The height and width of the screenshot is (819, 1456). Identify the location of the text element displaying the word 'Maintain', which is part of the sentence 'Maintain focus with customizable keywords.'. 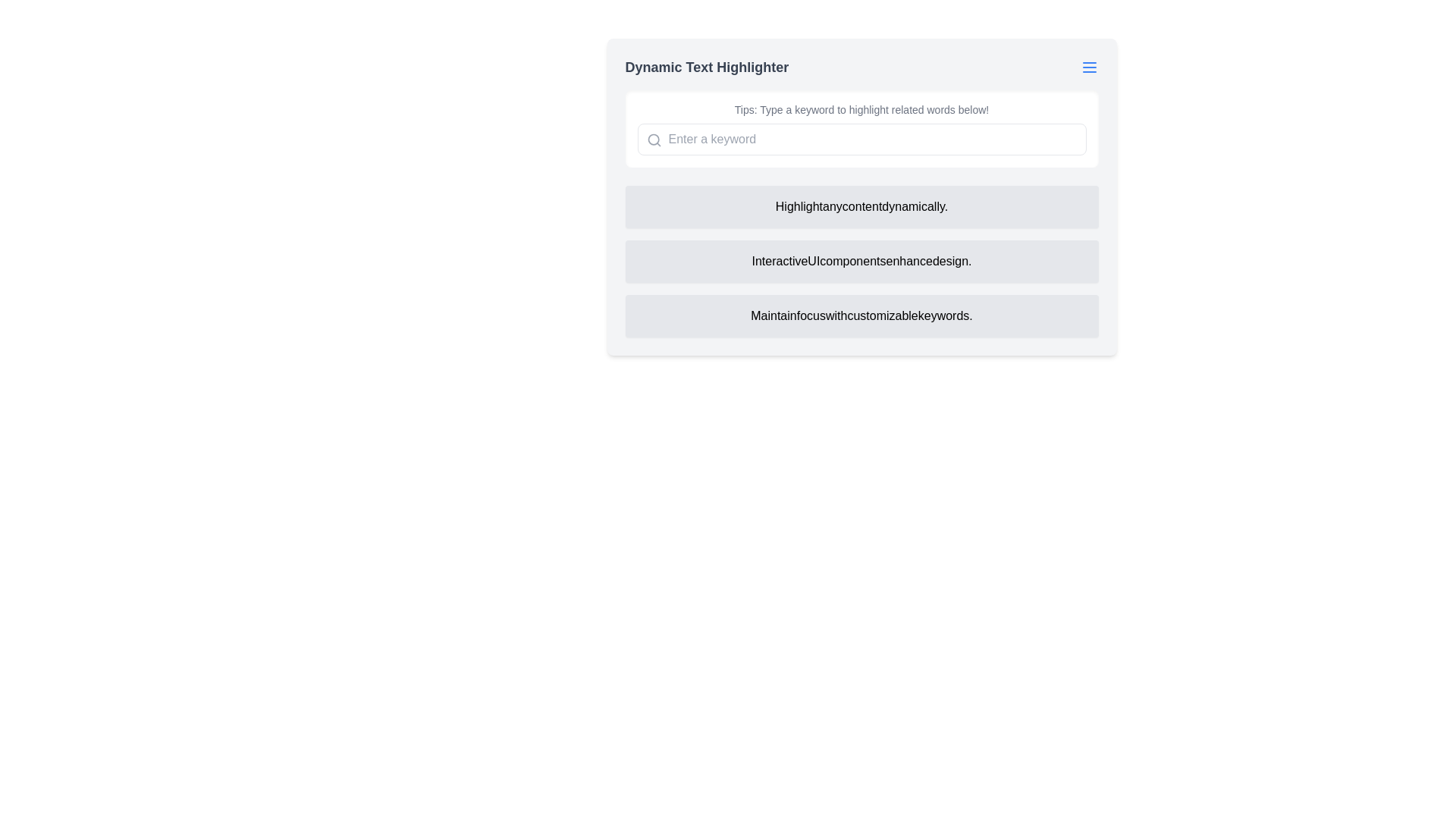
(773, 315).